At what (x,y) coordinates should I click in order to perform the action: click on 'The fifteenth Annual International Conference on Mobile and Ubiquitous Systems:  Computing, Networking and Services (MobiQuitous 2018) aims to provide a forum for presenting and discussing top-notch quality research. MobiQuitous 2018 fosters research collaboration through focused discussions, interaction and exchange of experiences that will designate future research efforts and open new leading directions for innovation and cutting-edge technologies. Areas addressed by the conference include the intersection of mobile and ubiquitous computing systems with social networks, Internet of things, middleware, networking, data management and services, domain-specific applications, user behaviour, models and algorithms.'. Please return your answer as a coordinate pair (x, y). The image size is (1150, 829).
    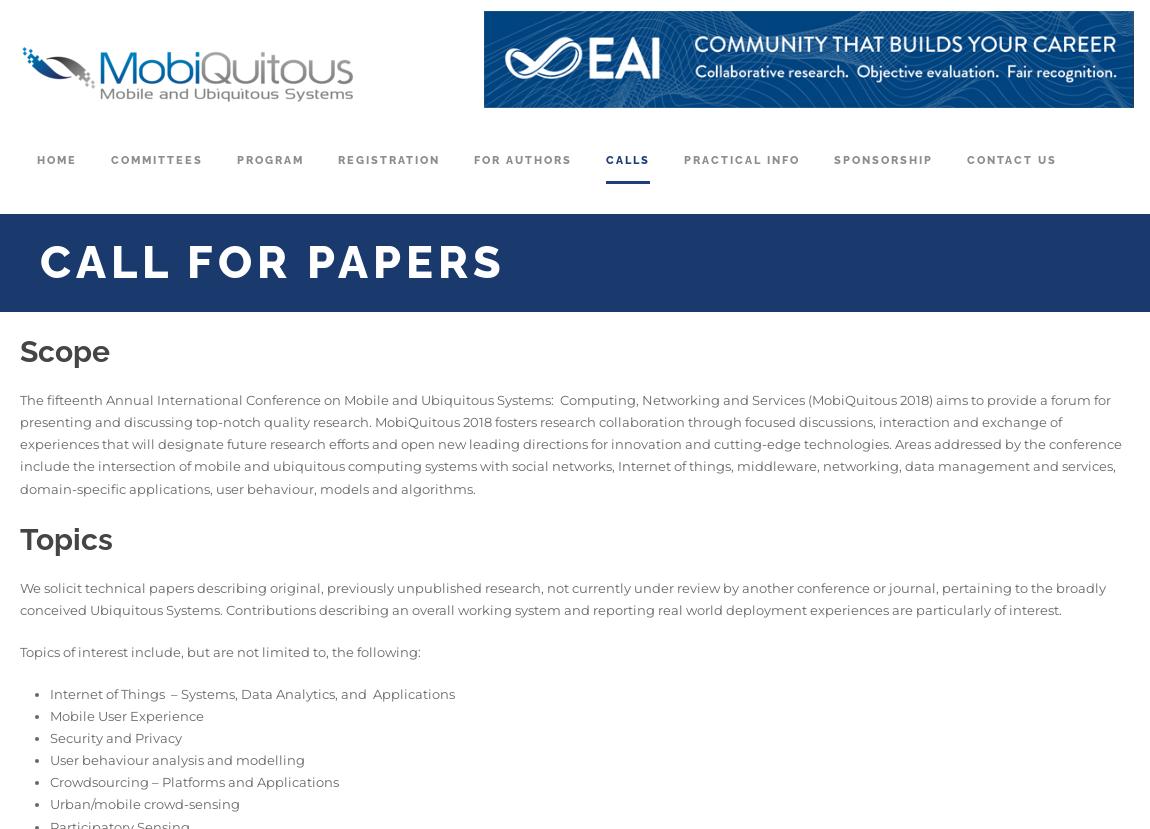
    Looking at the image, I should click on (570, 443).